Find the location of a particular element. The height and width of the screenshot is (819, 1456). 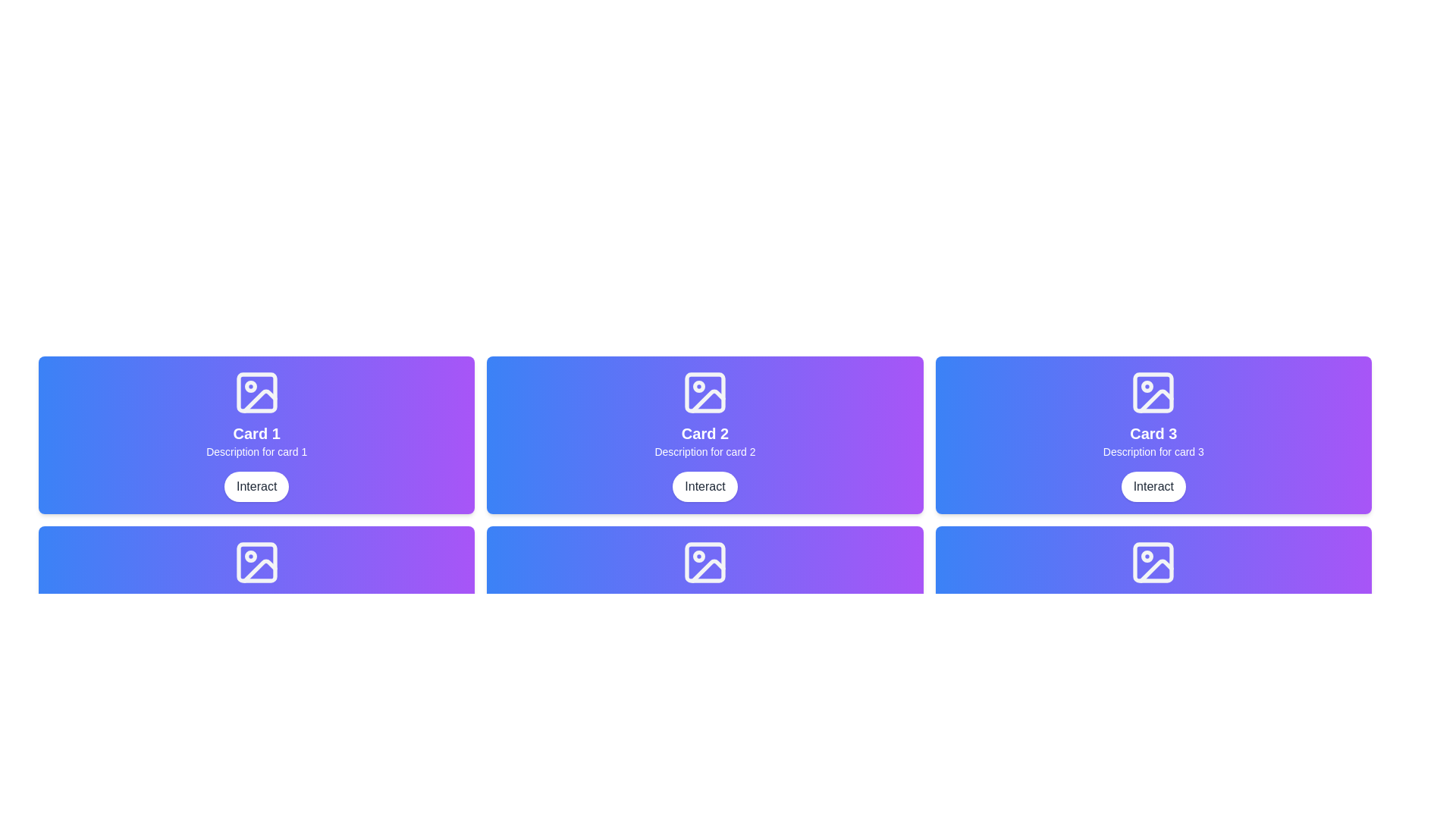

the Image Icon, which is a graphical icon with a circular detail at the top left corner and a diagonal line representing a landscape, positioned at the center of the lower panel below 'Card 2' is located at coordinates (704, 562).